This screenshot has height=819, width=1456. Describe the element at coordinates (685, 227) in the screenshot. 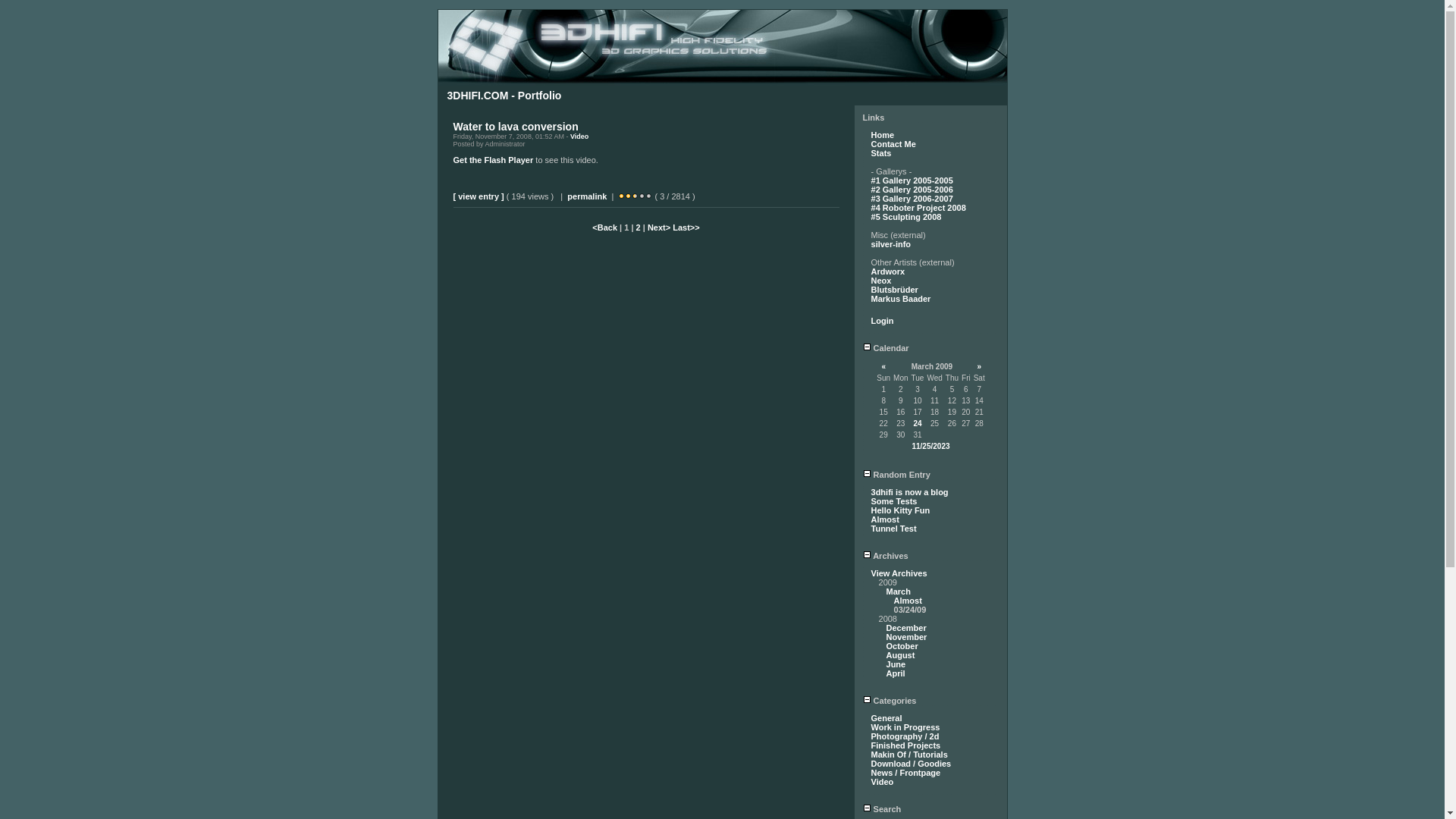

I see `'Last>>'` at that location.